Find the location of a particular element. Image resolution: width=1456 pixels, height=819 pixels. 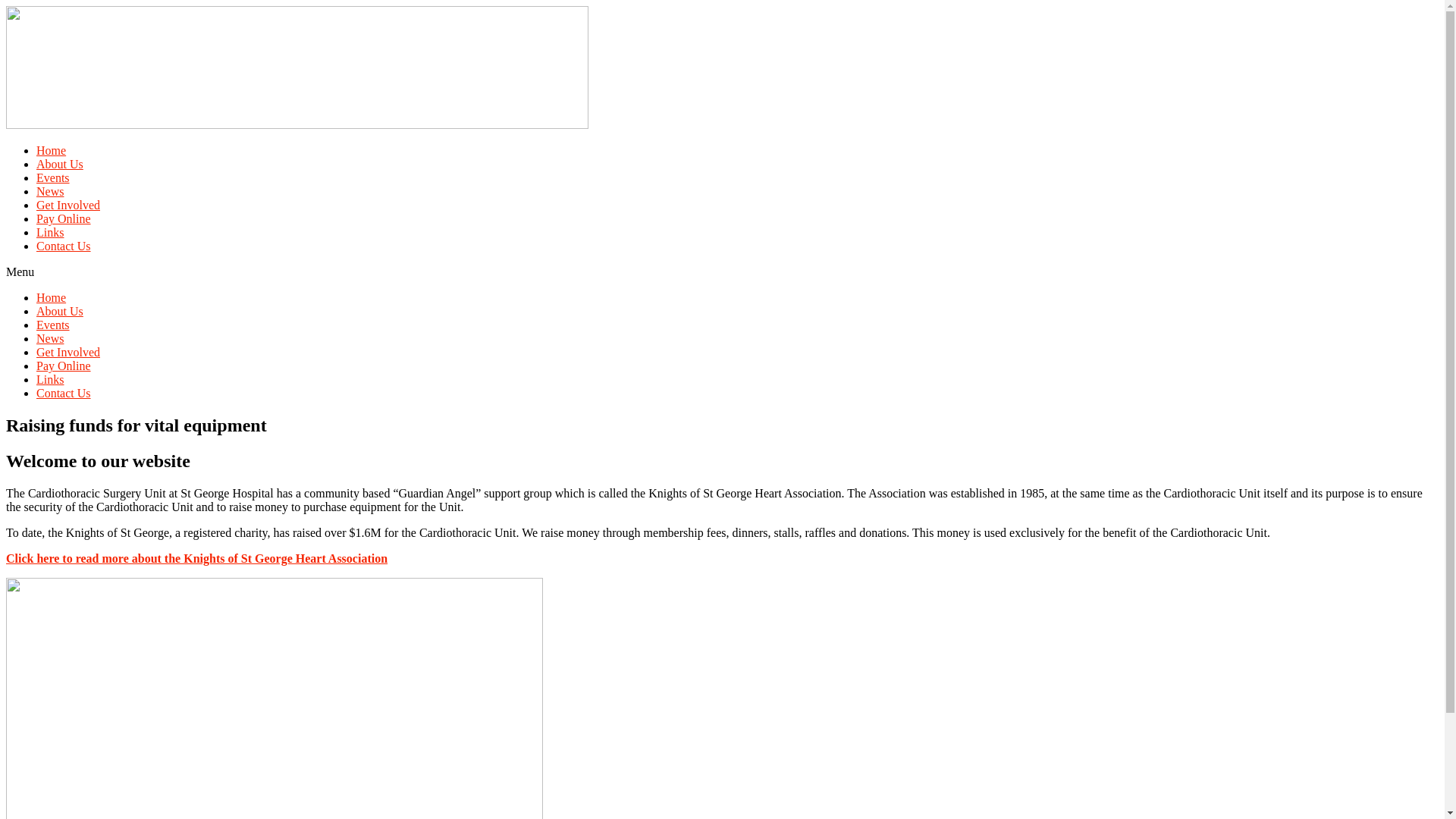

'Events' is located at coordinates (53, 177).